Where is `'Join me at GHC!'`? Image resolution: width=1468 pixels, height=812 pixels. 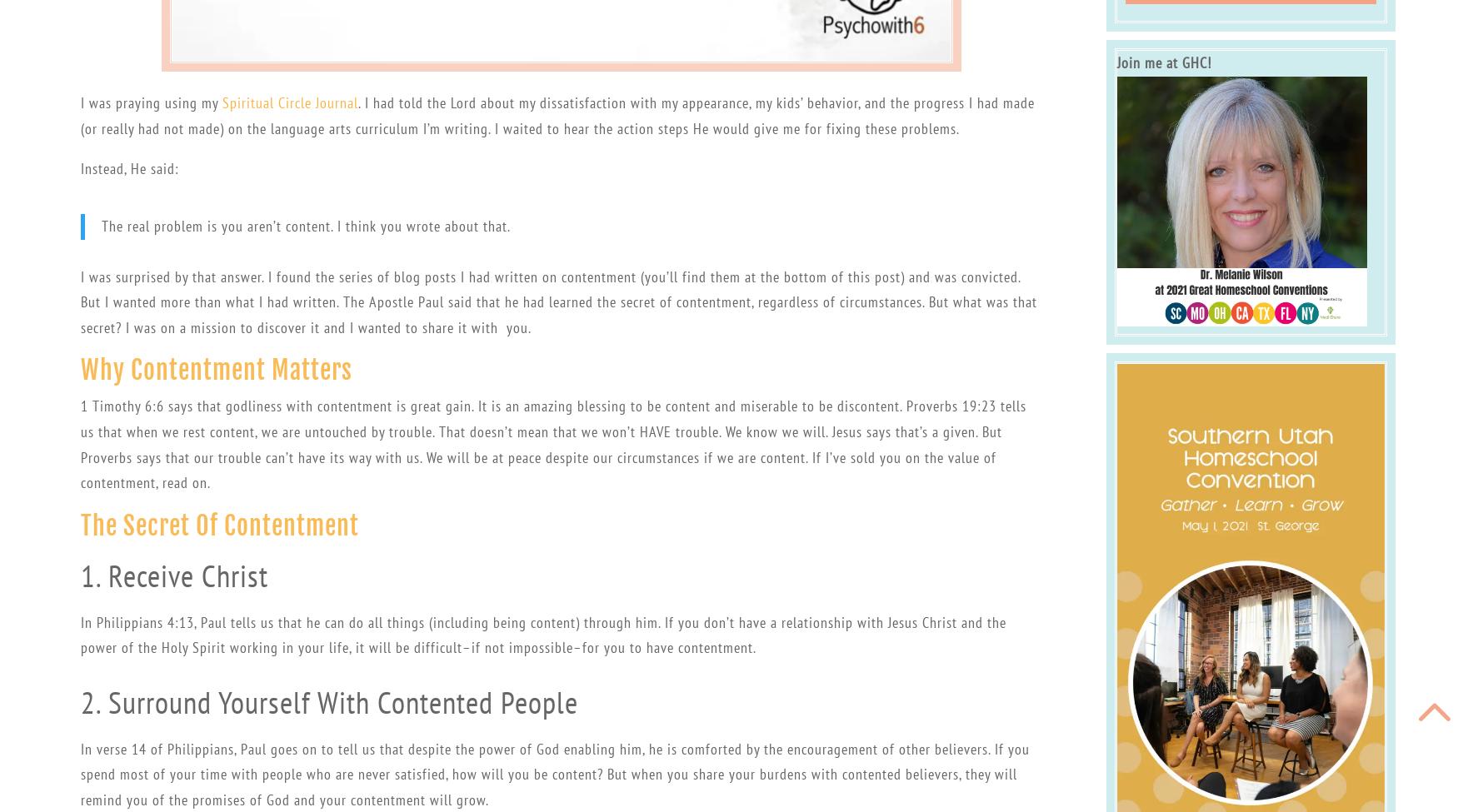 'Join me at GHC!' is located at coordinates (1162, 62).